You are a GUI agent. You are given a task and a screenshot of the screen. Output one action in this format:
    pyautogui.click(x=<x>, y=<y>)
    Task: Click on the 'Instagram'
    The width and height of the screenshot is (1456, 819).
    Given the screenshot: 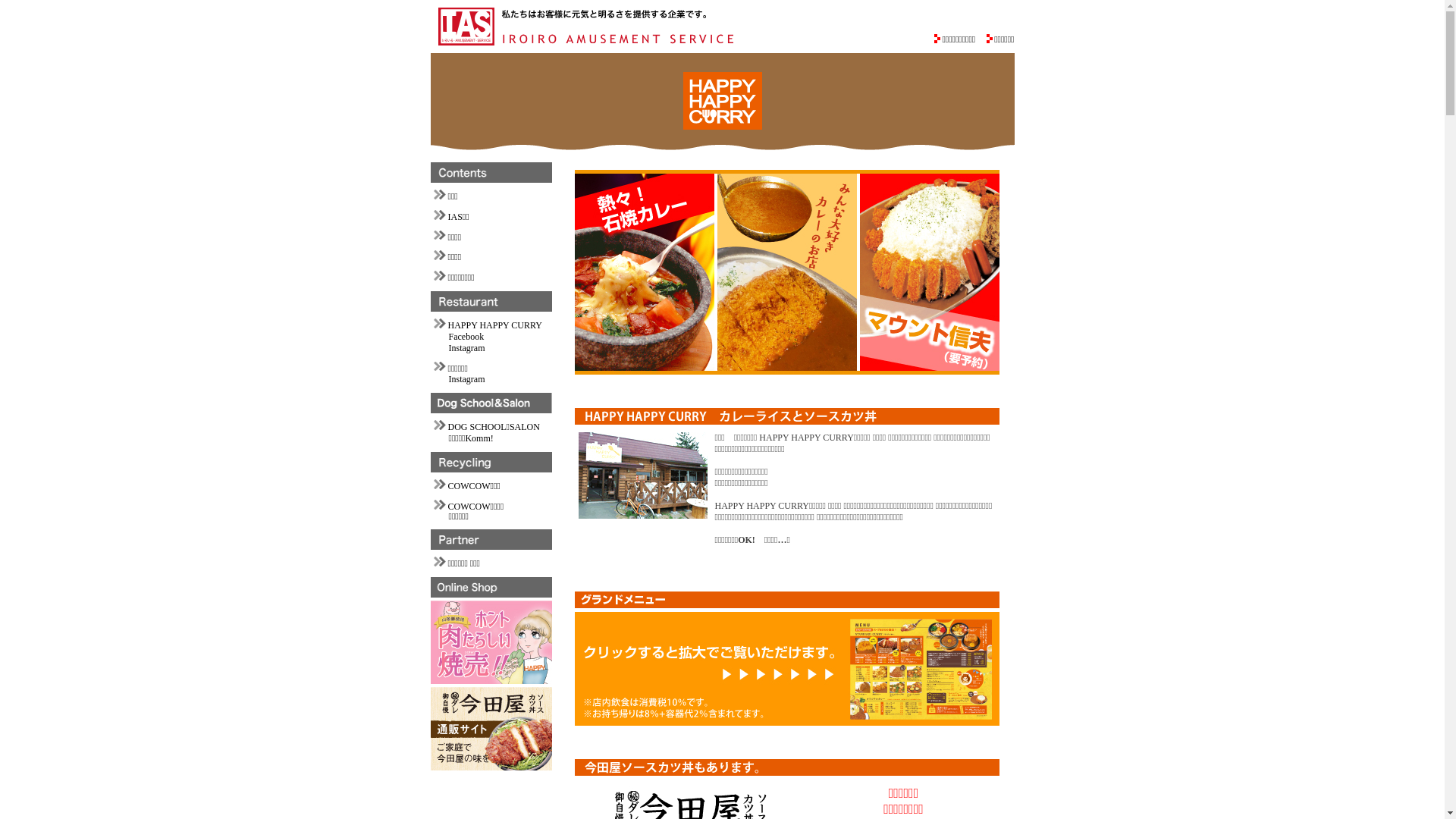 What is the action you would take?
    pyautogui.click(x=447, y=348)
    